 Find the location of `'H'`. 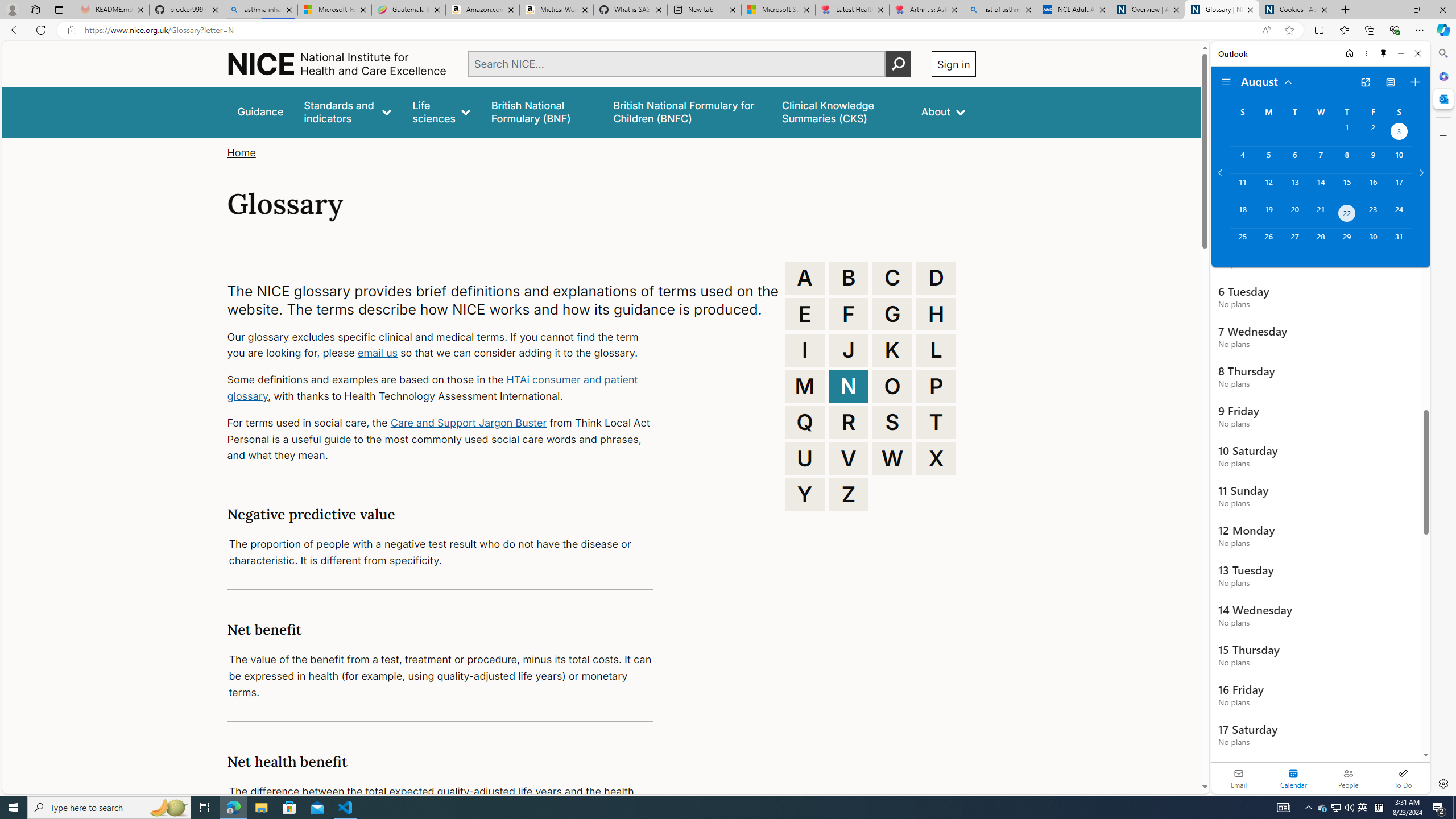

'H' is located at coordinates (936, 313).